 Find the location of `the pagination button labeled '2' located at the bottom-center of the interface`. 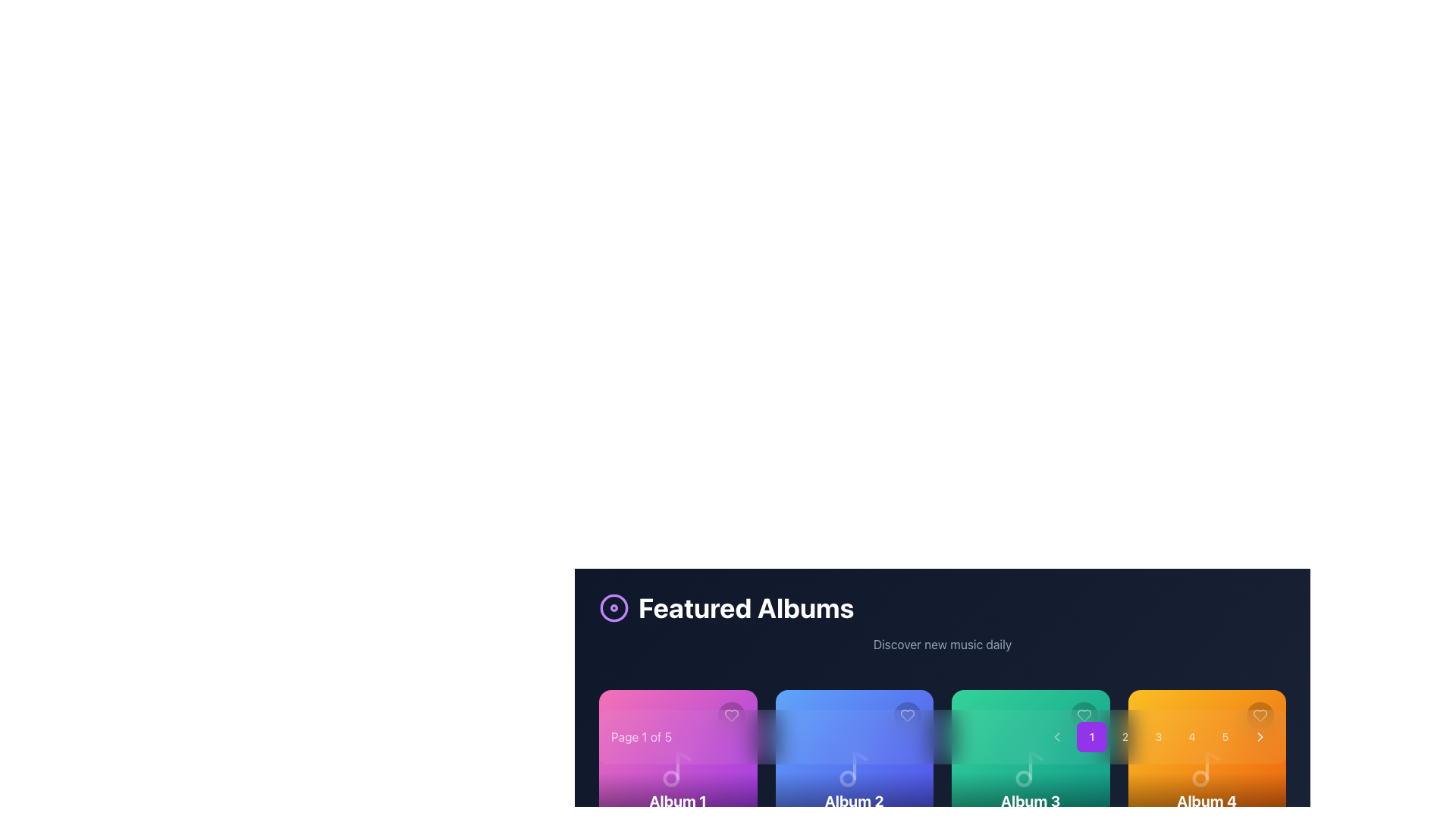

the pagination button labeled '2' located at the bottom-center of the interface is located at coordinates (1125, 736).